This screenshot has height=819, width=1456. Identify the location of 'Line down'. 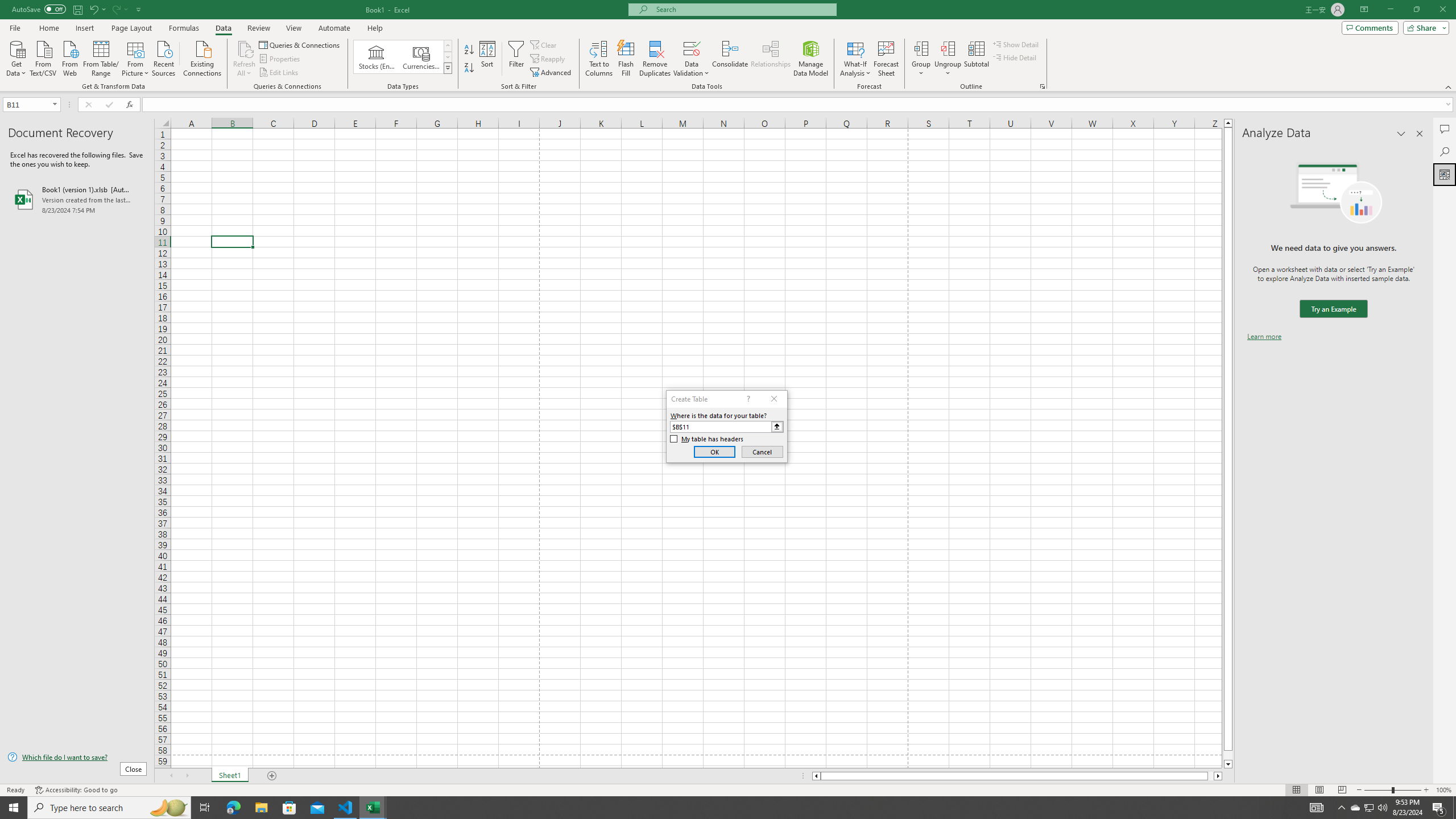
(1228, 764).